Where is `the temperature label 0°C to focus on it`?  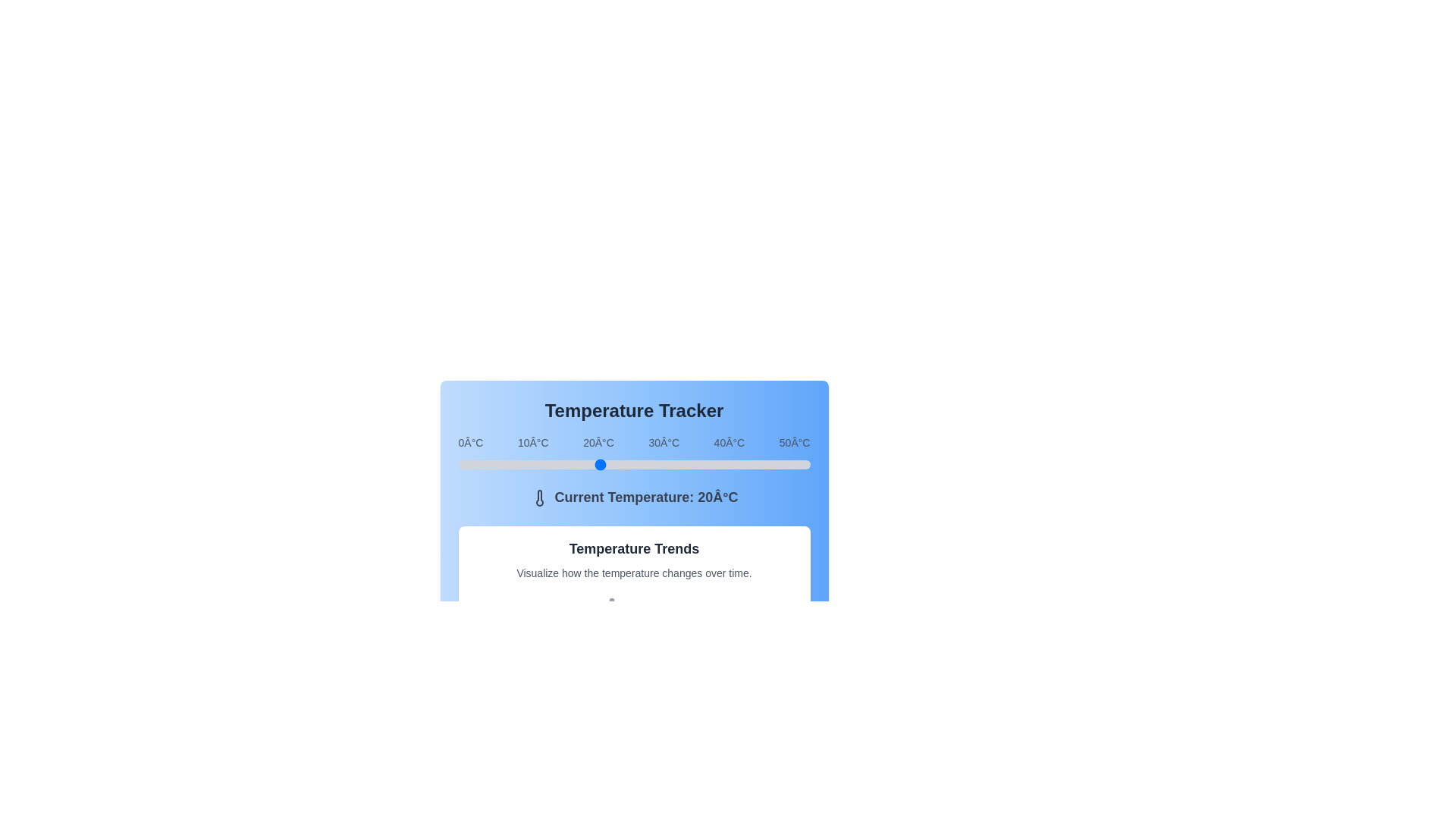
the temperature label 0°C to focus on it is located at coordinates (469, 442).